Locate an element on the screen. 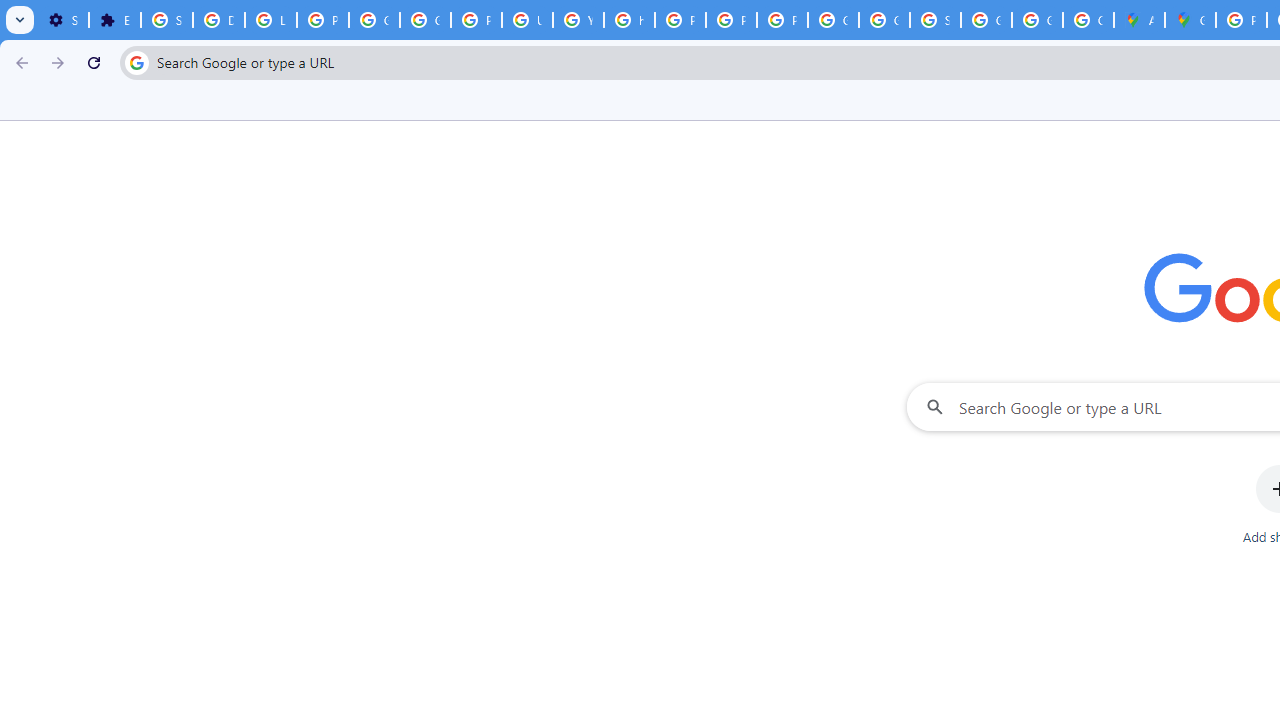 Image resolution: width=1280 pixels, height=720 pixels. 'Privacy Help Center - Policies Help' is located at coordinates (680, 20).